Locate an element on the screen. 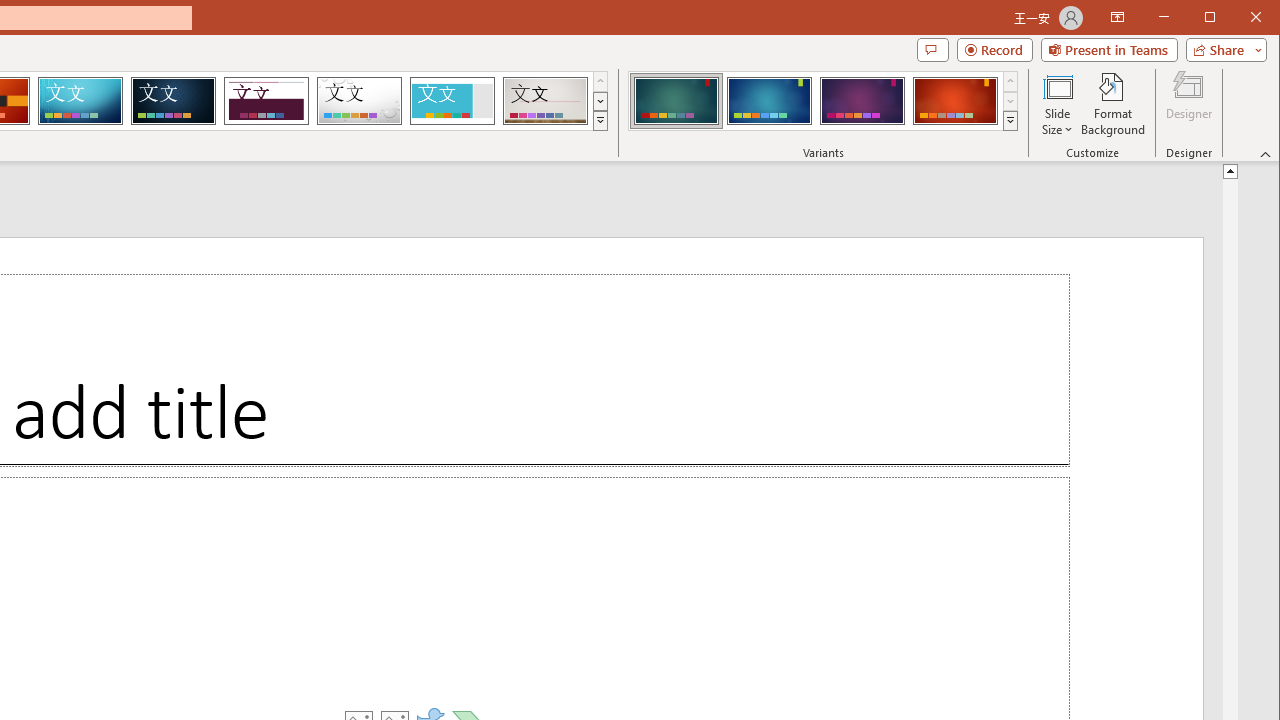 This screenshot has width=1280, height=720. 'Damask' is located at coordinates (173, 100).